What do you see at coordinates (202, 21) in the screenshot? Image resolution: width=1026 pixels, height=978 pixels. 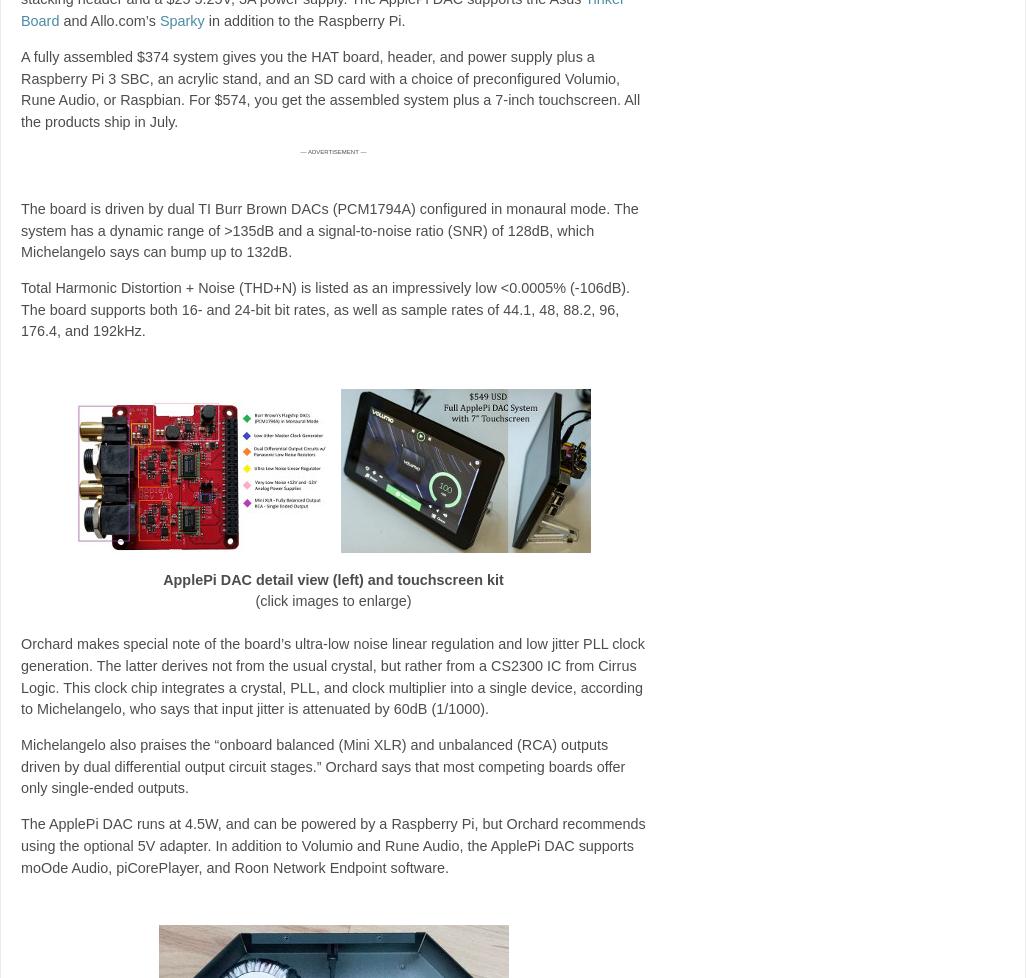 I see `'in addition to the Raspberry Pi.'` at bounding box center [202, 21].